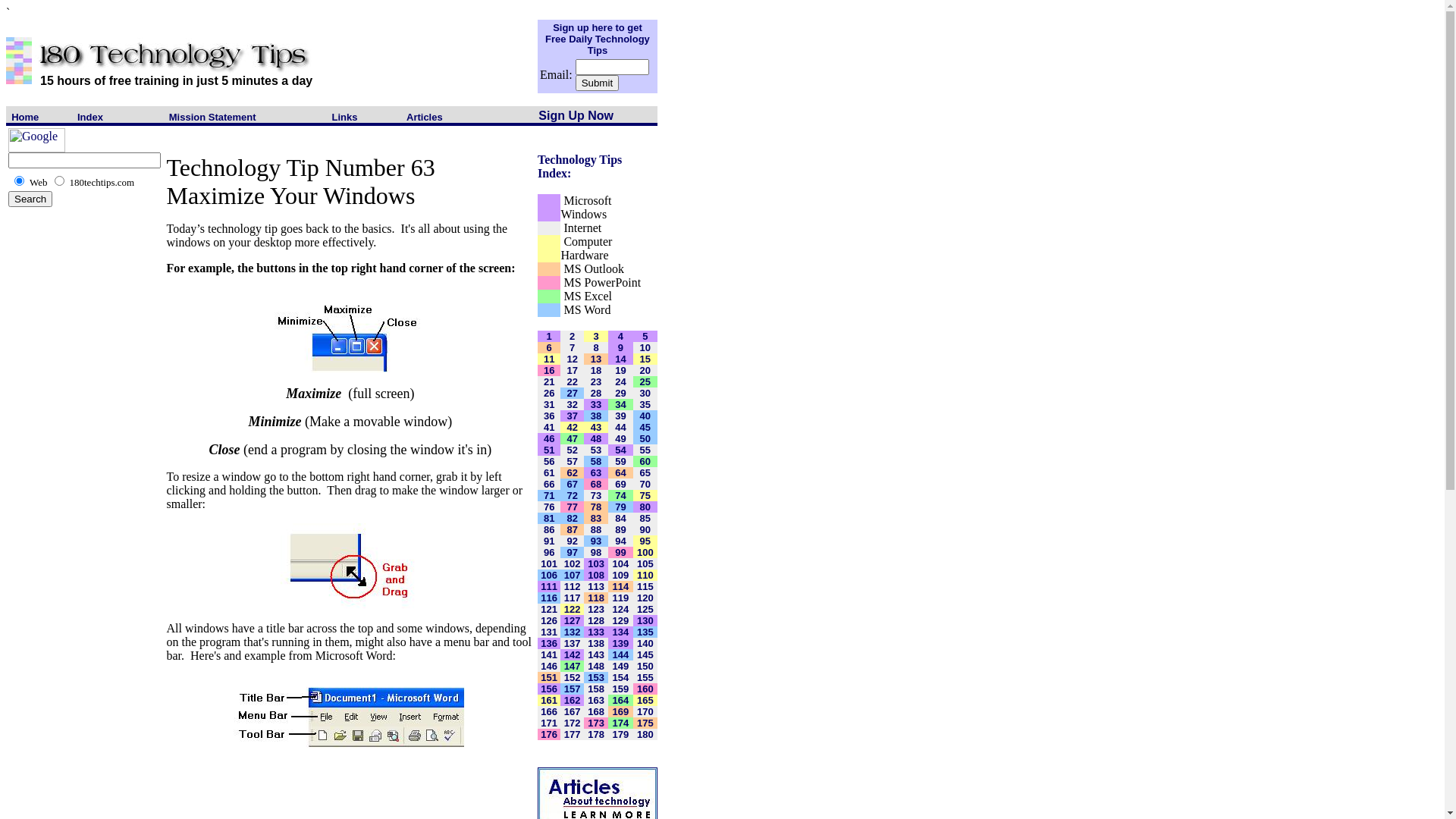 This screenshot has height=819, width=1456. Describe the element at coordinates (621, 711) in the screenshot. I see `'169'` at that location.